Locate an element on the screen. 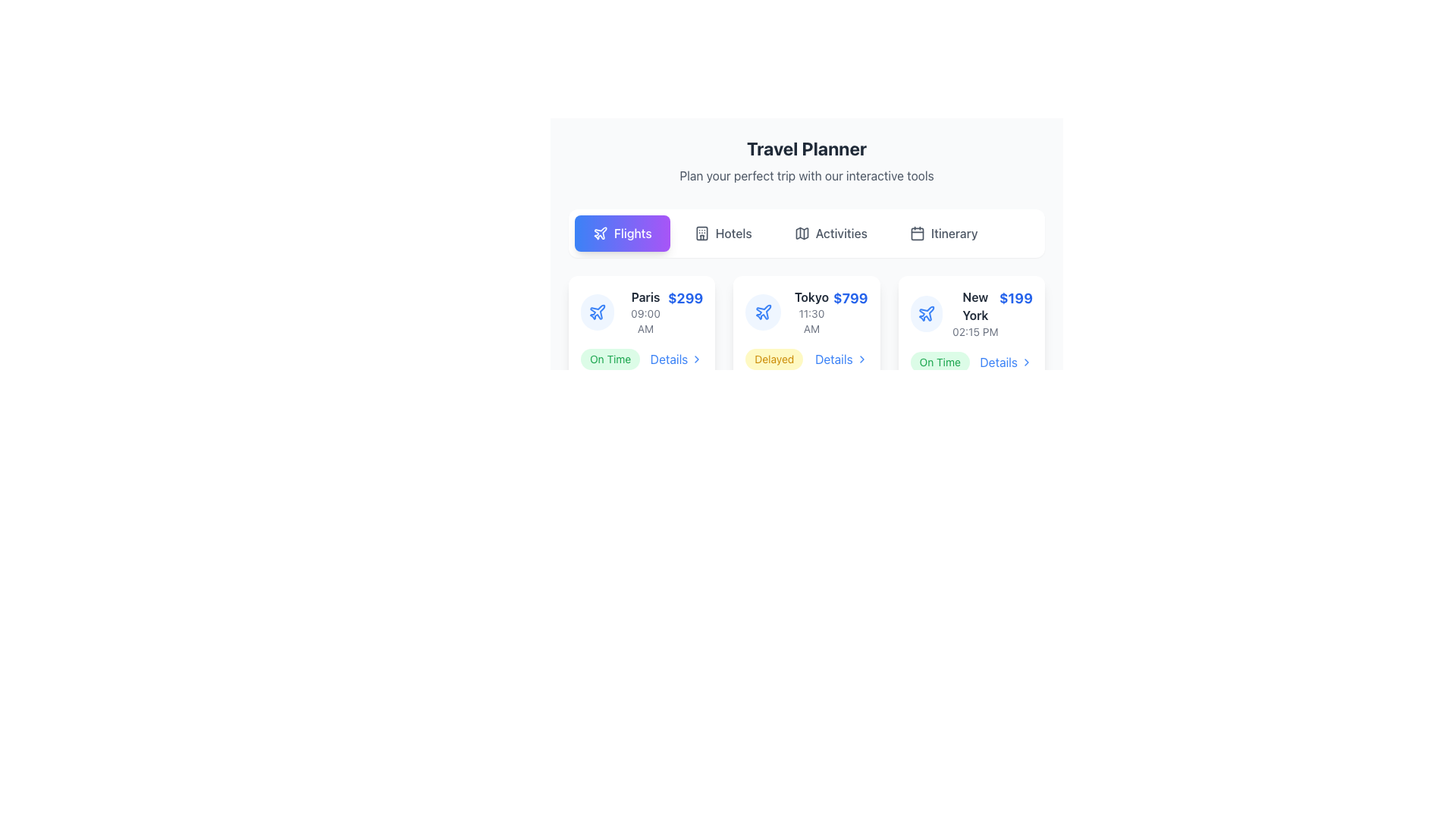  the text label that displays the departure or arrival time for the flight destination, located in the third card under the 'Flights' section, below 'New York' and above the 'On Time' label is located at coordinates (975, 331).